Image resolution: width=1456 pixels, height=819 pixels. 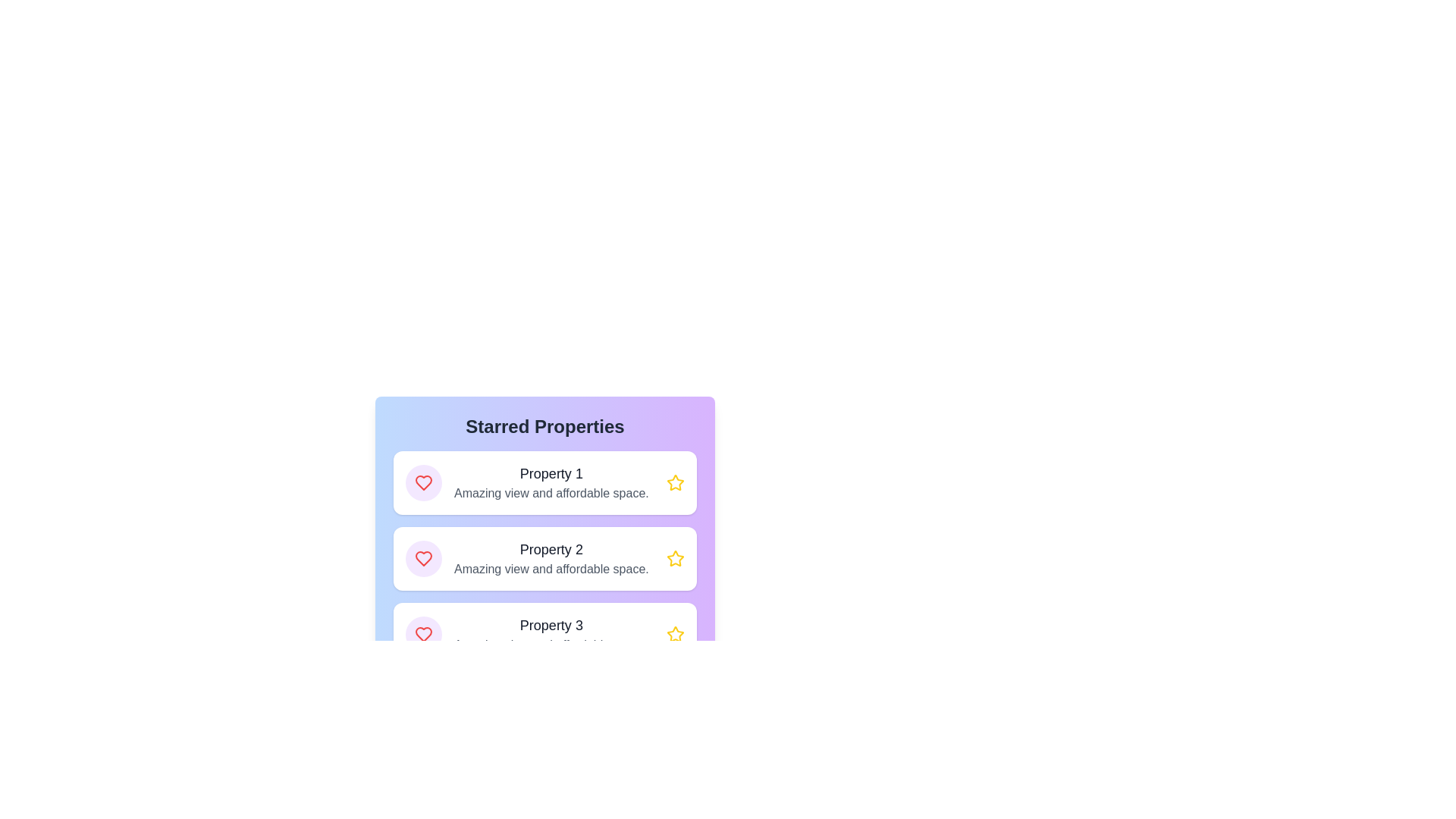 What do you see at coordinates (551, 558) in the screenshot?
I see `the text display in the second row of the 'Starred Properties' list to read the property name and its description` at bounding box center [551, 558].